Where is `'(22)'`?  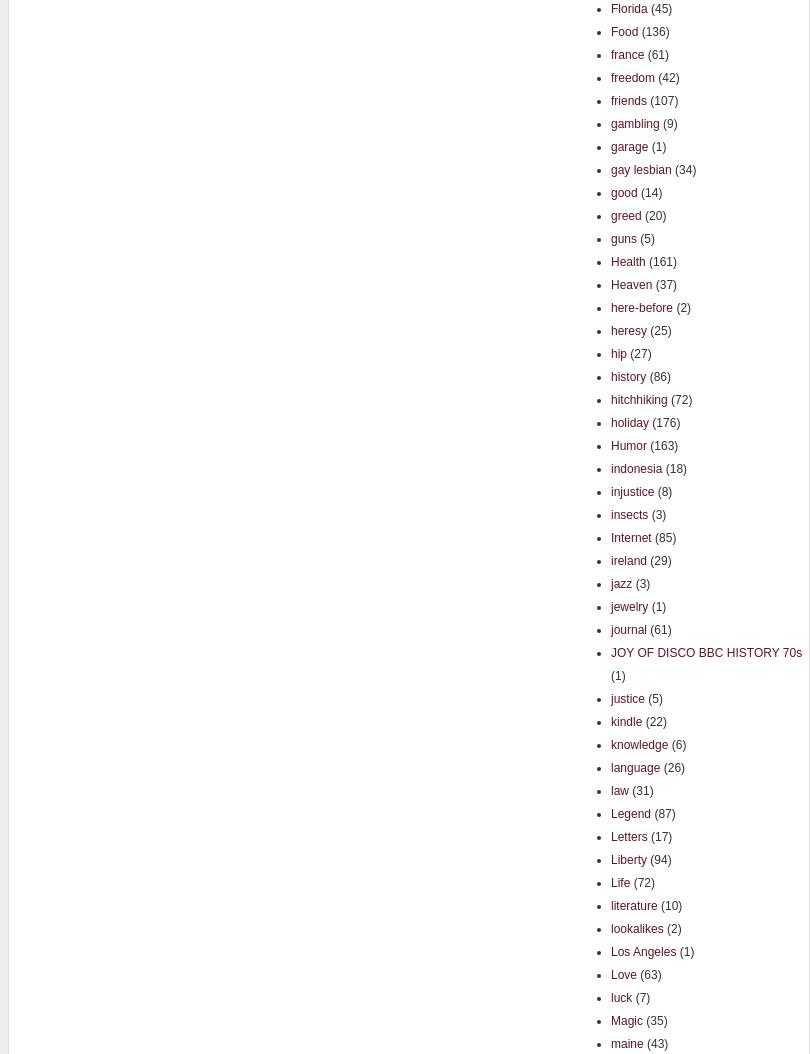 '(22)' is located at coordinates (653, 720).